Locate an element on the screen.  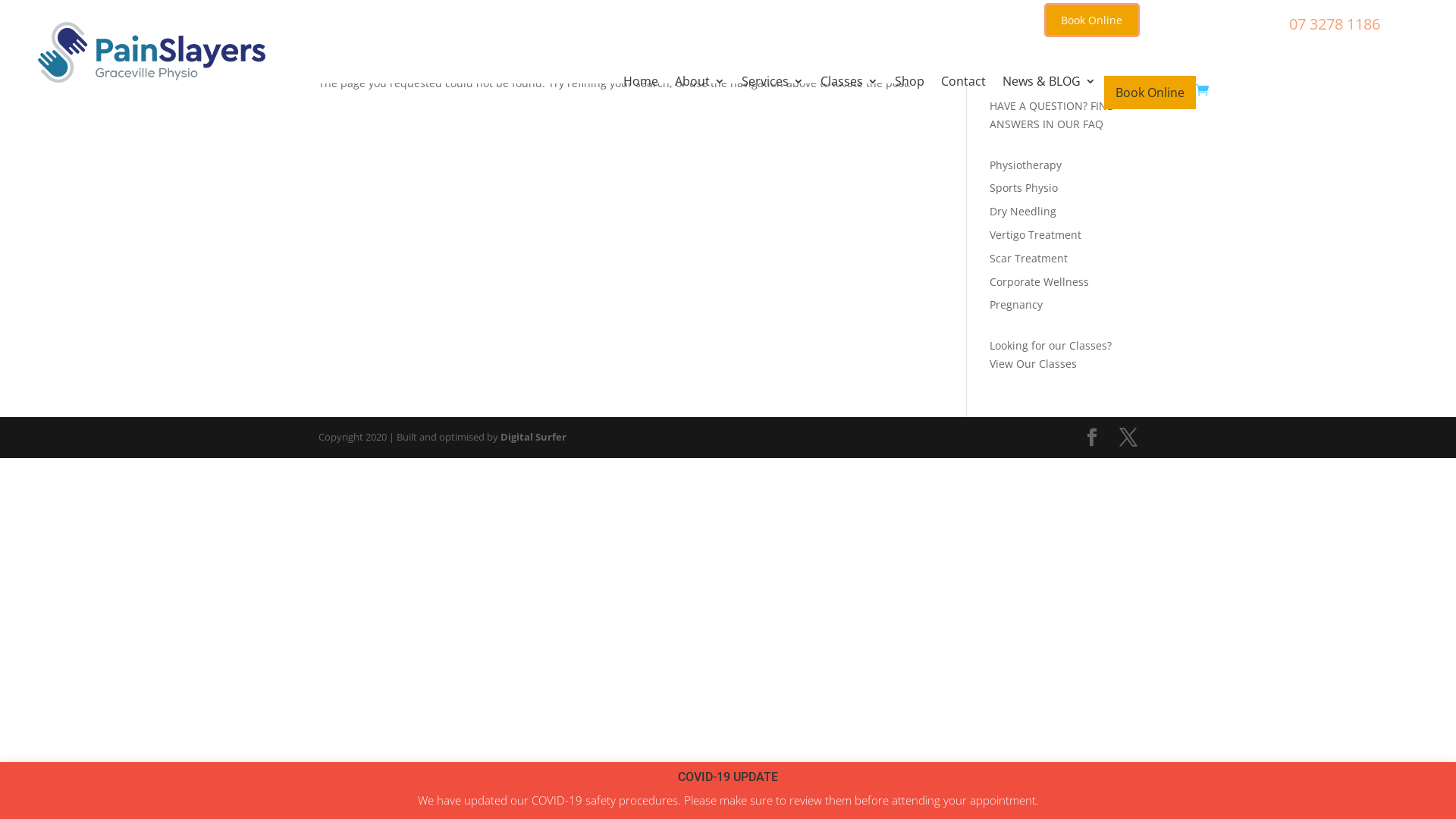
'logo-graceville300x80' is located at coordinates (152, 52).